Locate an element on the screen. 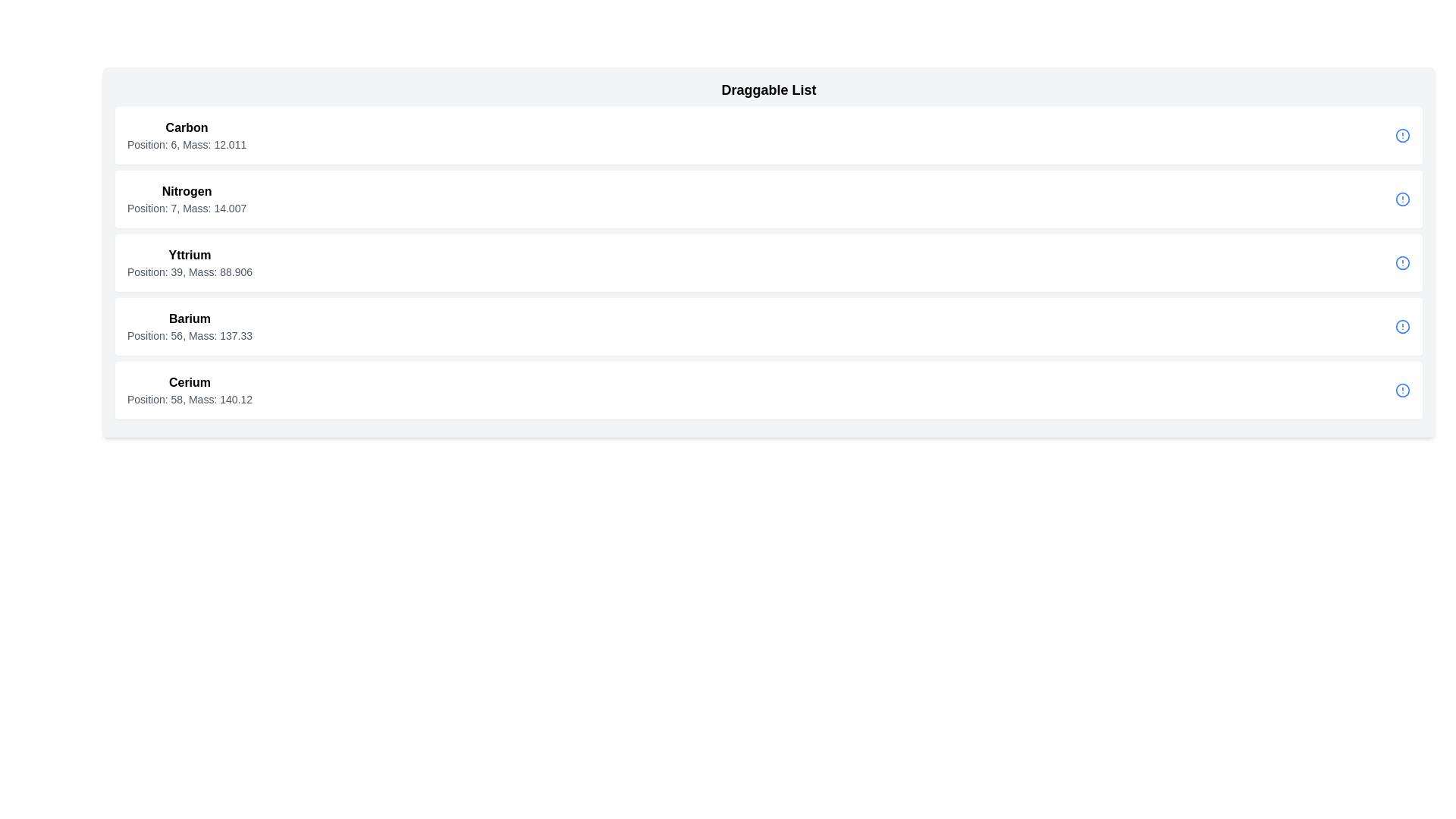 This screenshot has width=1456, height=819. the fourth card in the 'Draggable List' section, which displays 'Barium' and its details is located at coordinates (768, 326).